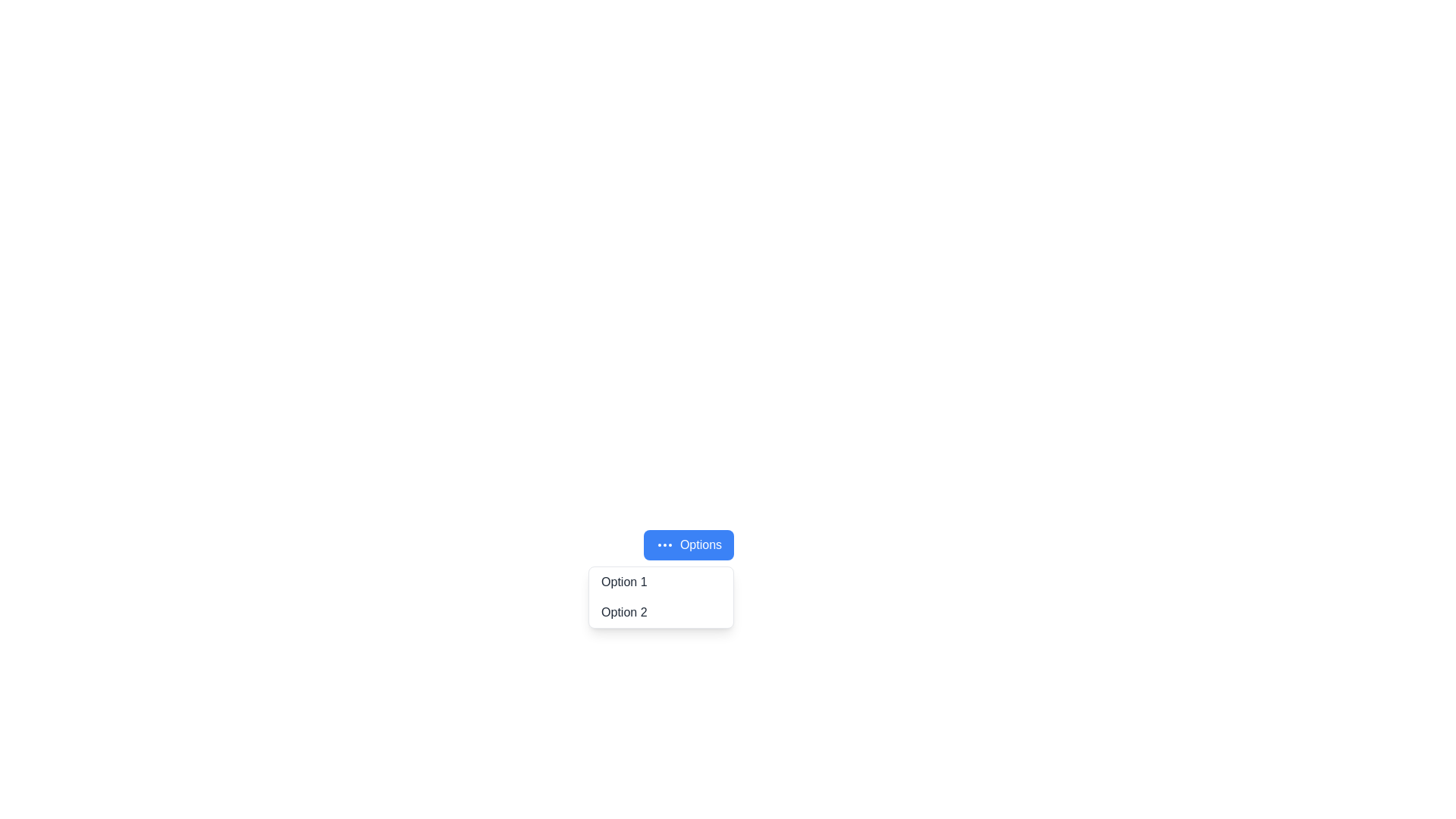 This screenshot has height=819, width=1456. Describe the element at coordinates (688, 544) in the screenshot. I see `the dropdown trigger button located at the top center of its enclosing area` at that location.